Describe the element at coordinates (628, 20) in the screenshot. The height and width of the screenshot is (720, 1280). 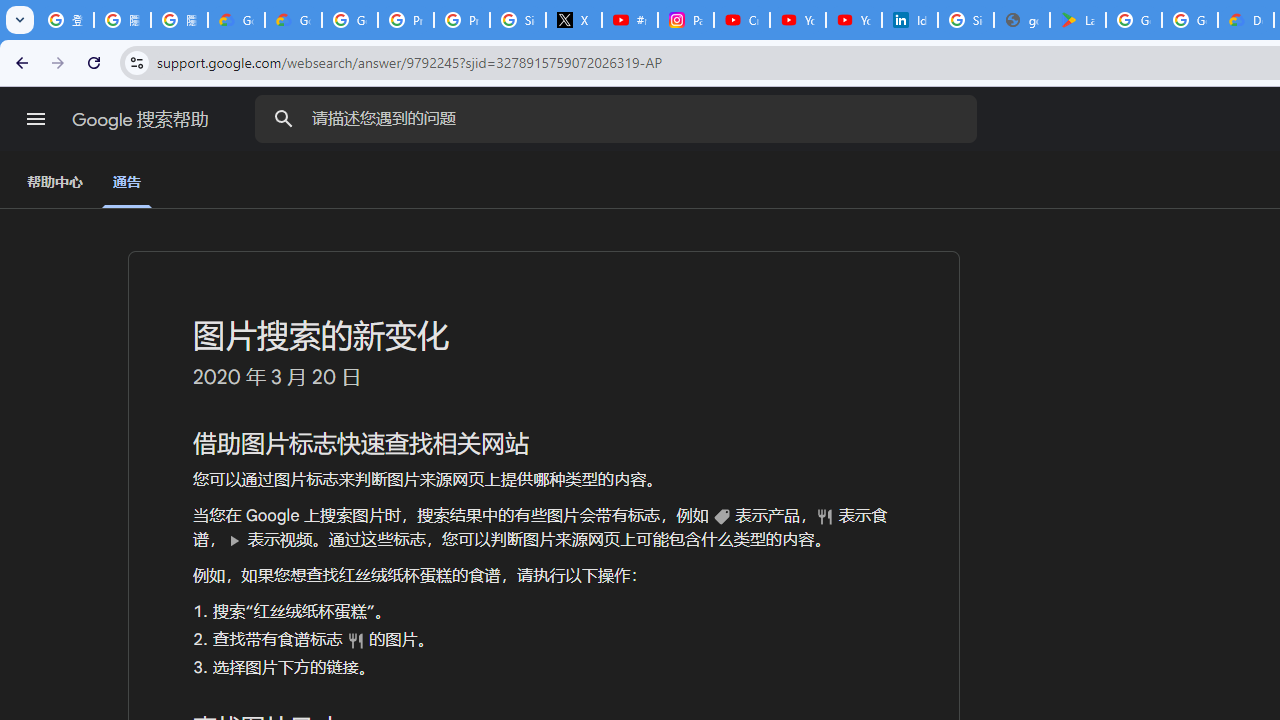
I see `'#nbabasketballhighlights - YouTube'` at that location.